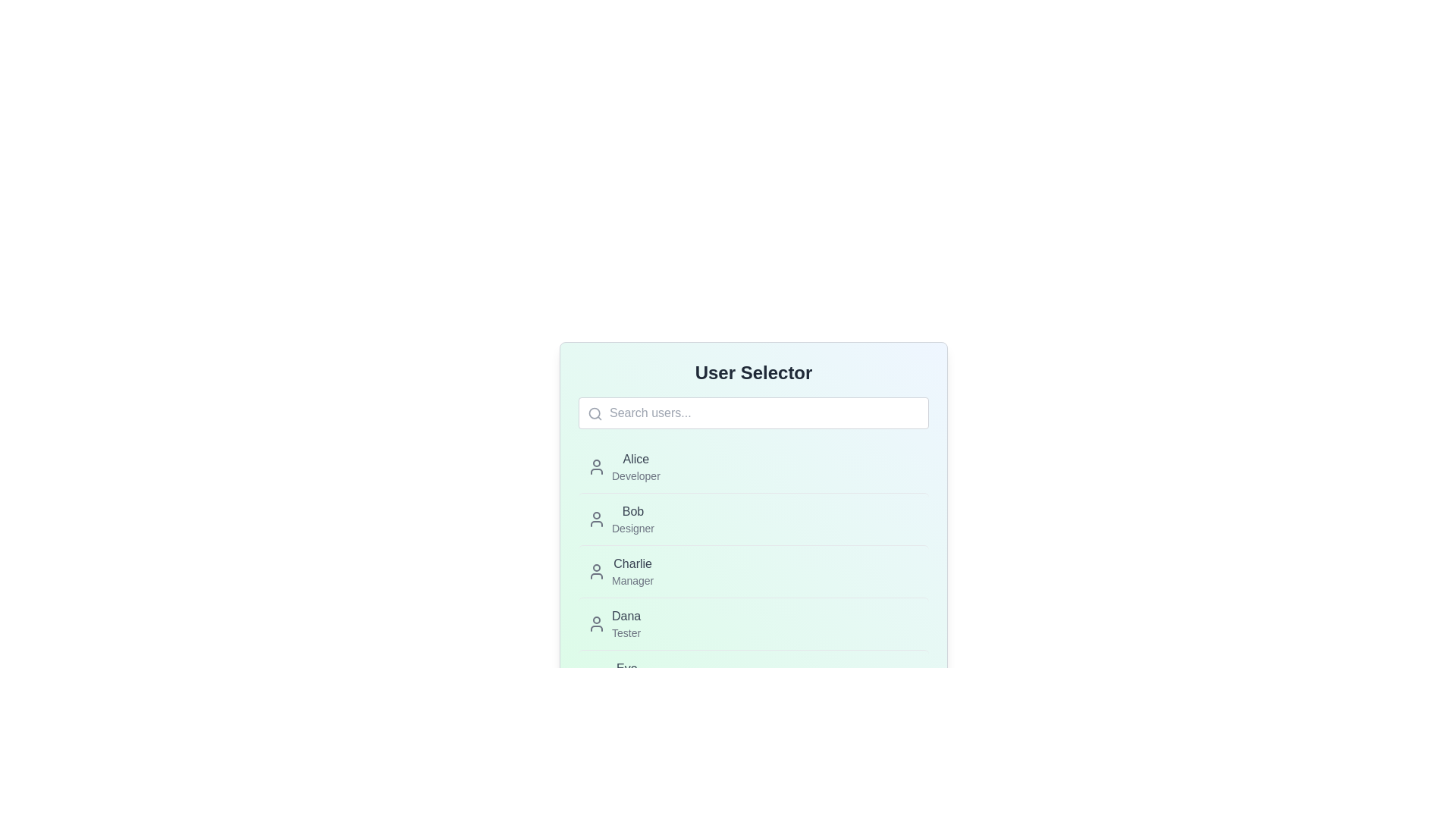  Describe the element at coordinates (633, 519) in the screenshot. I see `text displayed for the user profile in the second item of the user selection list, which identifies the user by their name and role` at that location.